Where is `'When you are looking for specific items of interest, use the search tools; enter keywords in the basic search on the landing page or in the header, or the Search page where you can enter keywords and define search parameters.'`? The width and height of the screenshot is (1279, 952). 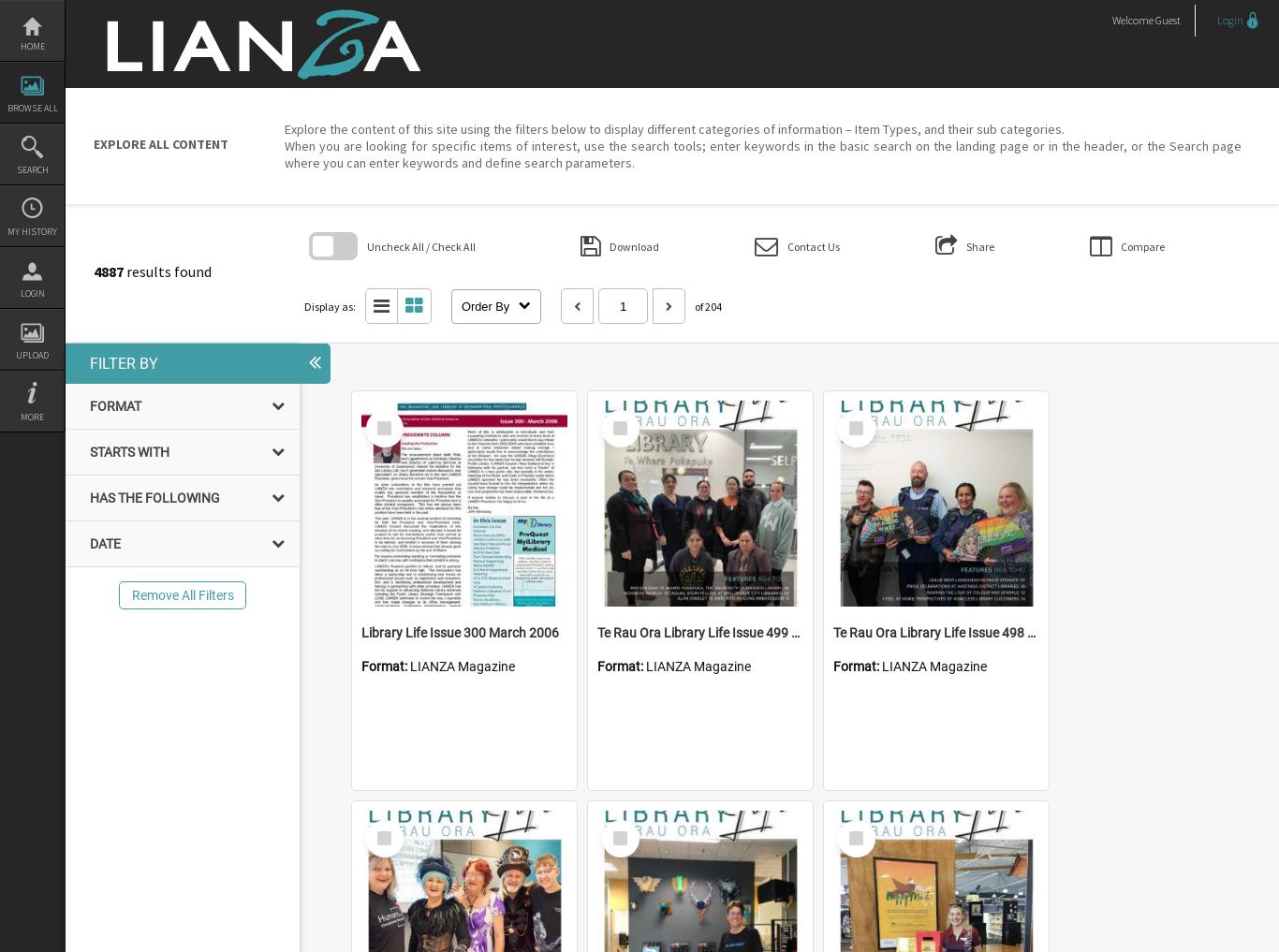 'When you are looking for specific items of interest, use the search tools; enter keywords in the basic search on the landing page or in the header, or the Search page where you can enter keywords and define search parameters.' is located at coordinates (284, 153).